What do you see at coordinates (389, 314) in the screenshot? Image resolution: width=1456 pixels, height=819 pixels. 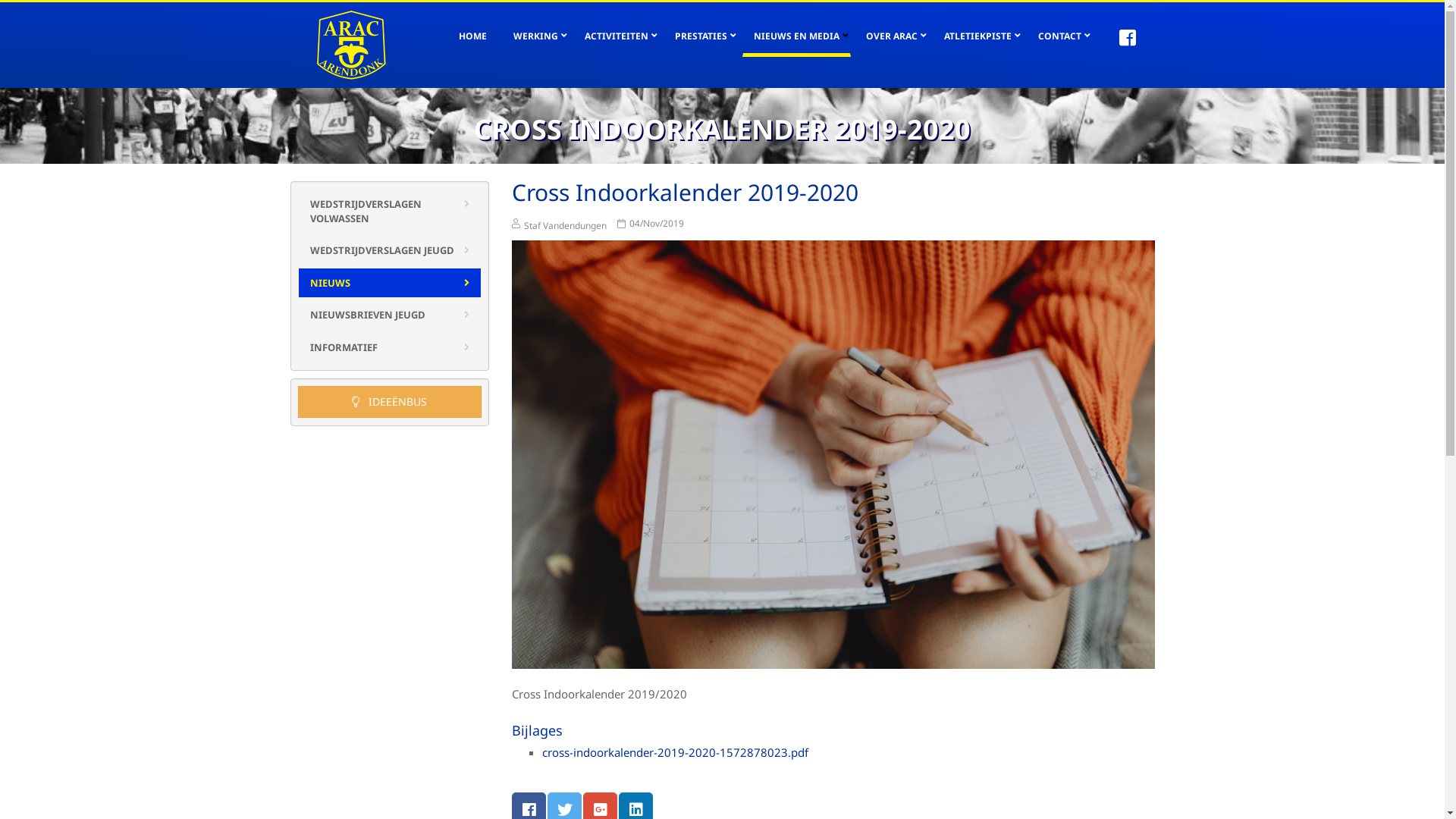 I see `'NIEUWSBRIEVEN JEUGD'` at bounding box center [389, 314].